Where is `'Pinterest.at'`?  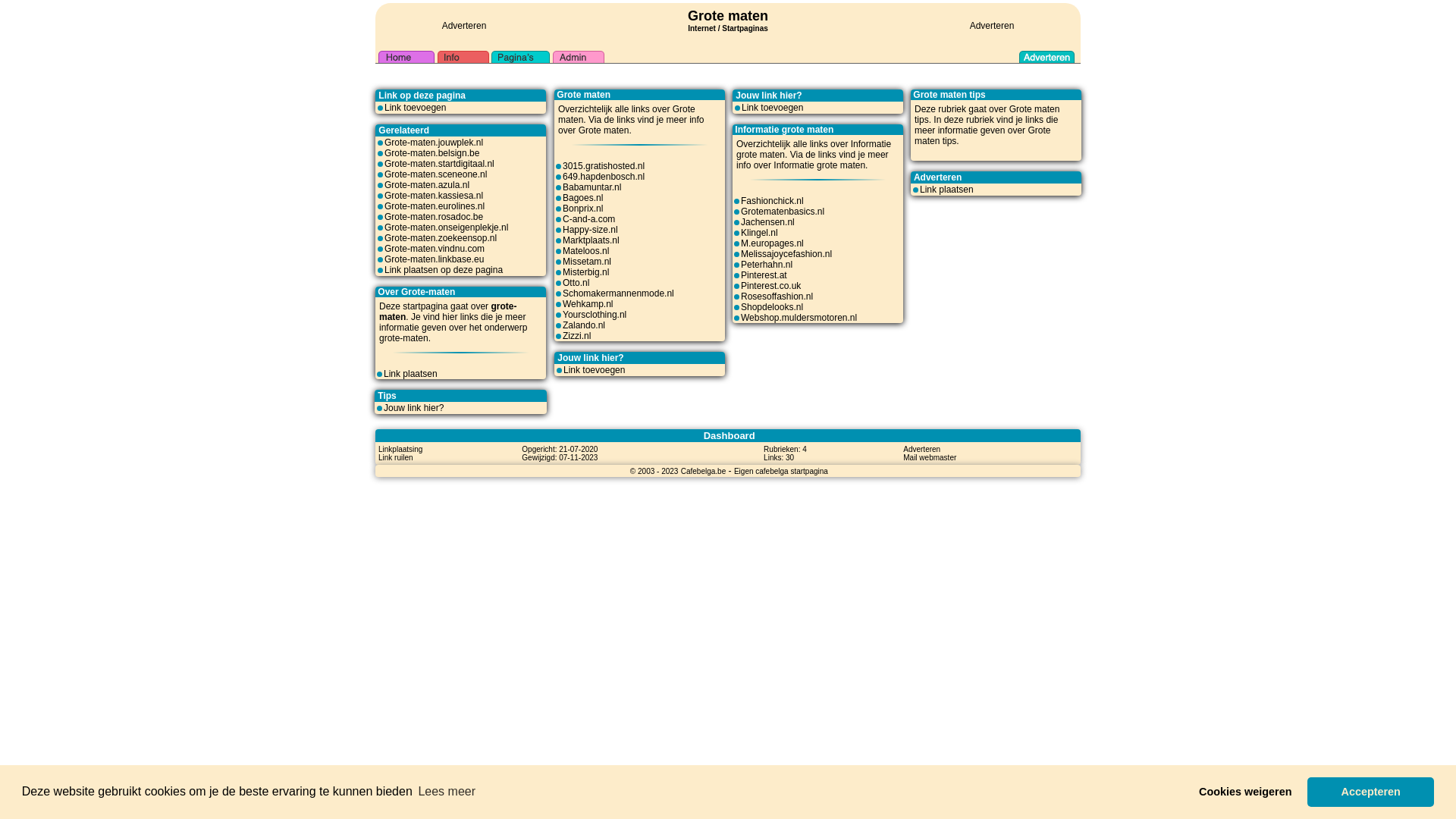
'Pinterest.at' is located at coordinates (764, 275).